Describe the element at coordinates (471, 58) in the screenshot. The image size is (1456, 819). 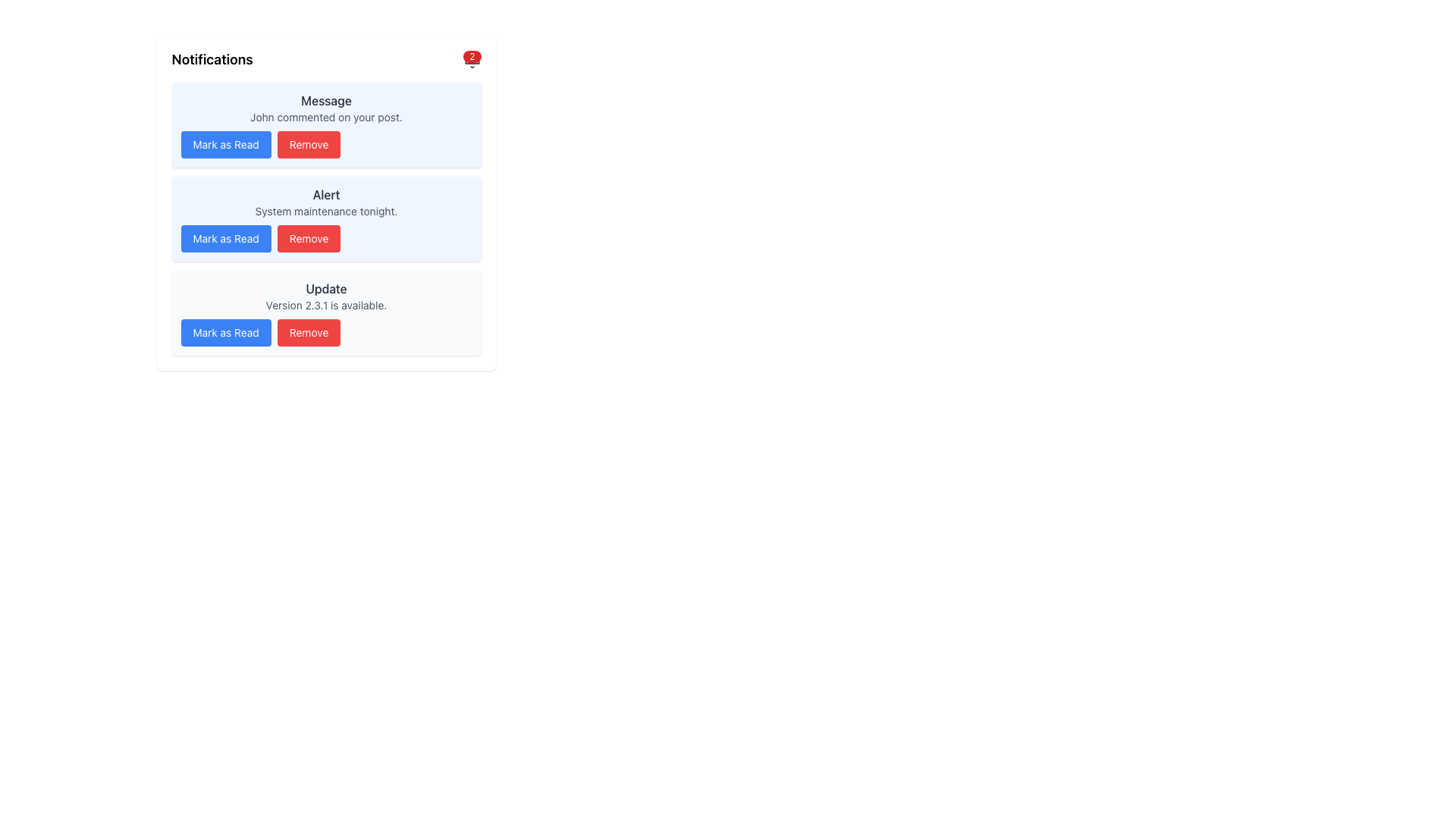
I see `the circular badge with a vibrant red background displaying the number '2', which is positioned at the top-right corner of the notification bell icon` at that location.